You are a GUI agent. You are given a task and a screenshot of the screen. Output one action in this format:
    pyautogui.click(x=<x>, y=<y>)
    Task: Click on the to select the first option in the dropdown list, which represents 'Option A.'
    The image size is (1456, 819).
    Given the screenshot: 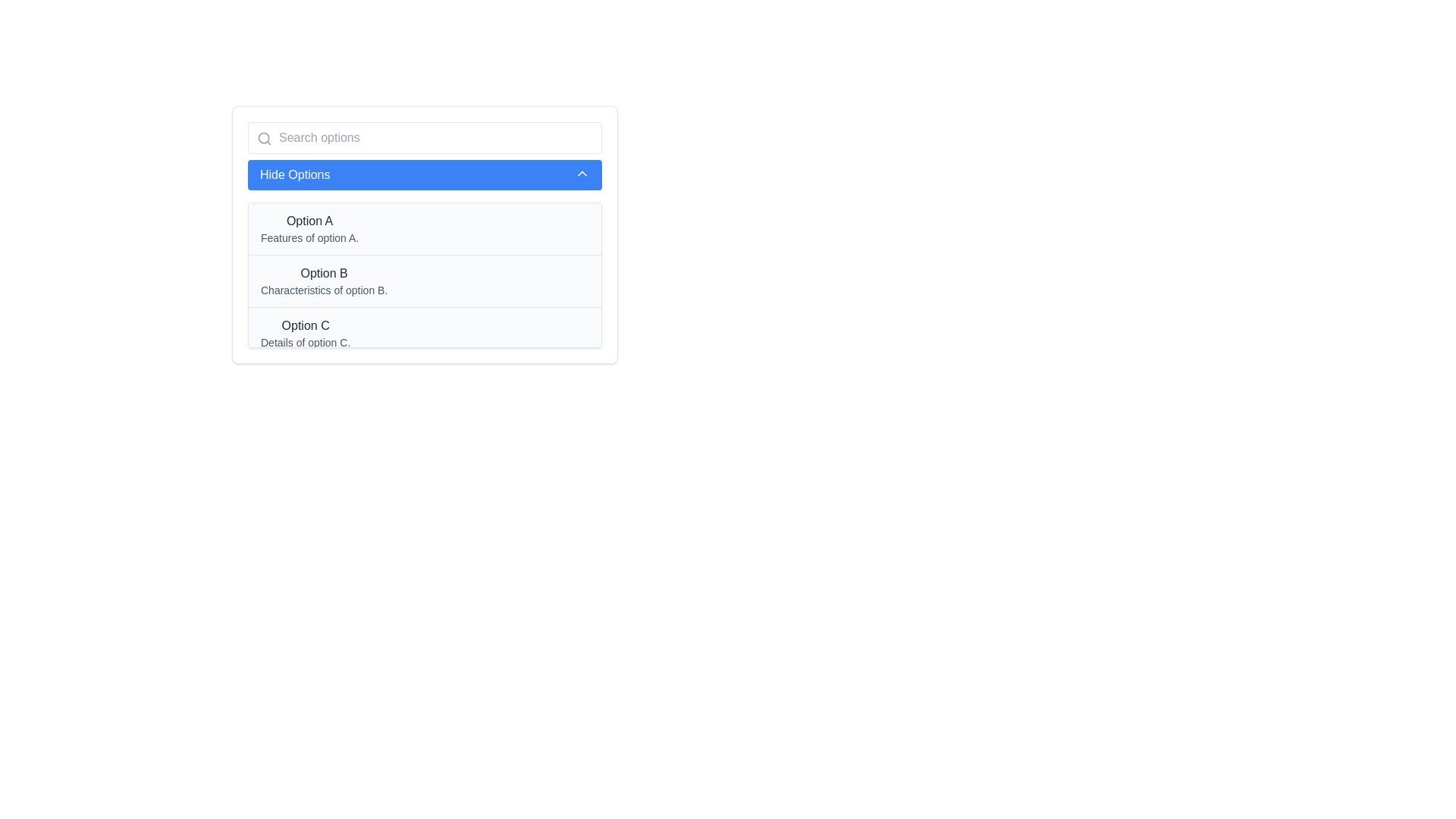 What is the action you would take?
    pyautogui.click(x=425, y=234)
    